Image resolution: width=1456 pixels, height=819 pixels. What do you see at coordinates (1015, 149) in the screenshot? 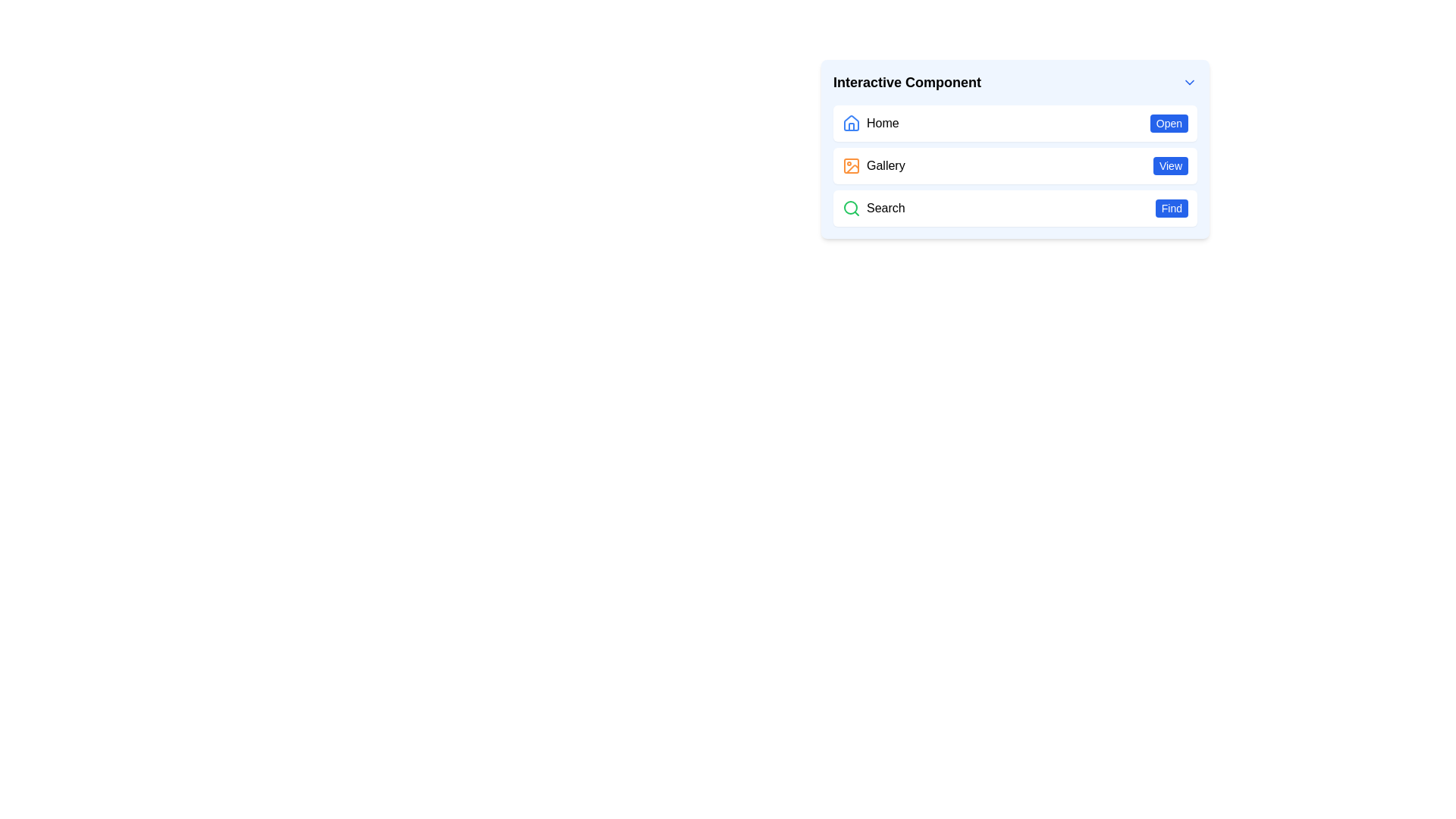
I see `the second interactive menu item located below the 'Home' item and above the 'Search' item for further interaction` at bounding box center [1015, 149].